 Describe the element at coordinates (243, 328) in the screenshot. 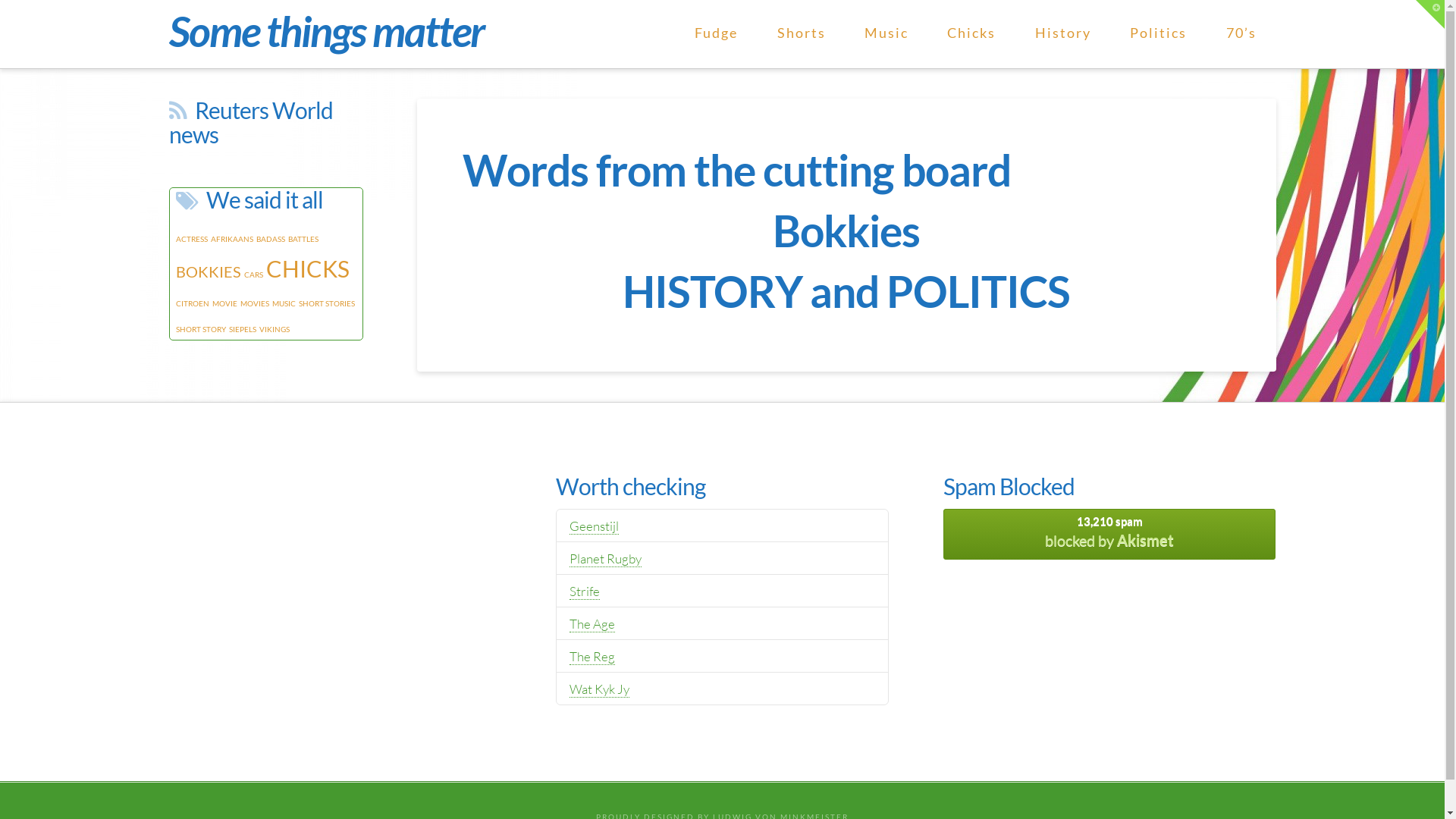

I see `'SIEPELS'` at that location.